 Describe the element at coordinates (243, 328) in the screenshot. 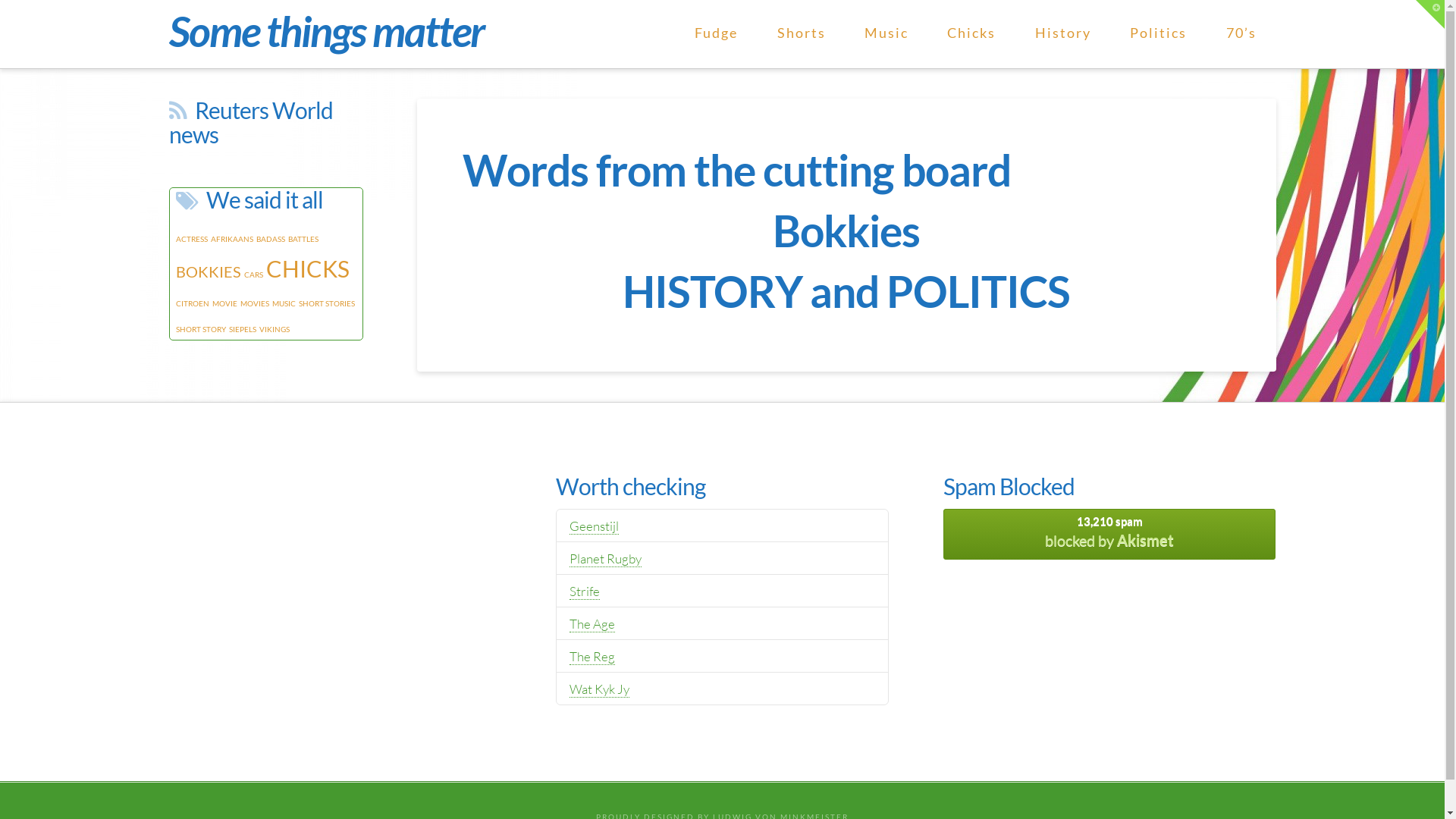

I see `'SIEPELS'` at that location.